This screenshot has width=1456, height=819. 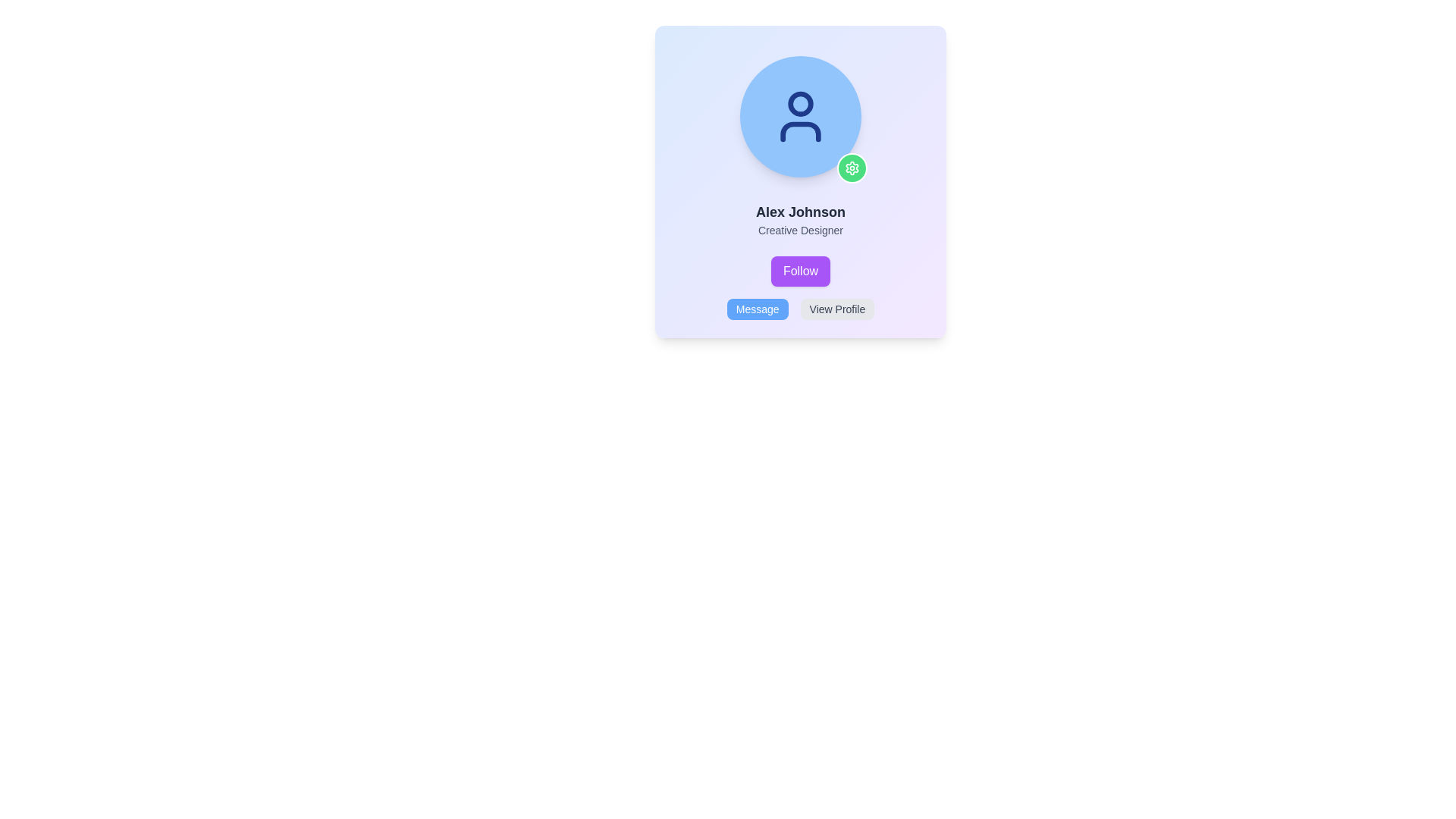 What do you see at coordinates (800, 219) in the screenshot?
I see `the Text Display element that shows 'Alex Johnson' and 'Creative Designer', which is positioned in the middle section of a card-like component, below the circular avatar and above the purple 'Follow' button` at bounding box center [800, 219].